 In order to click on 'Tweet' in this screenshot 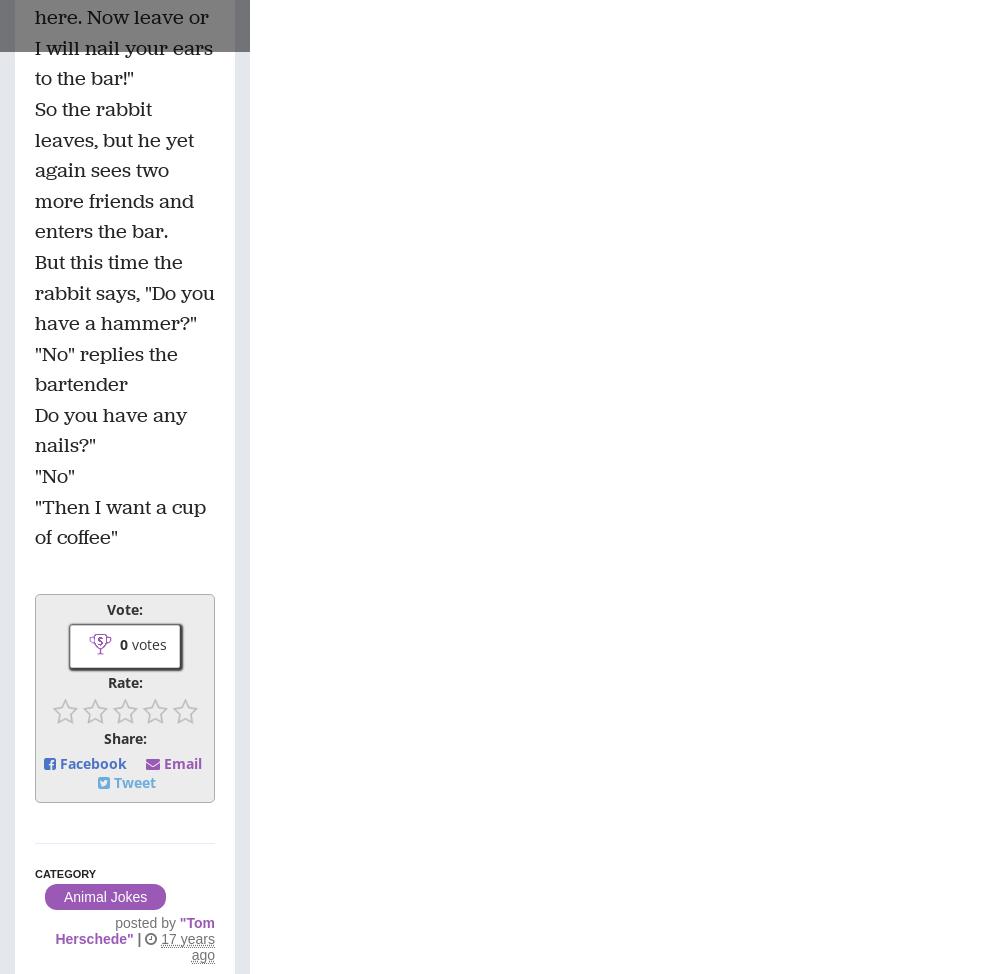, I will do `click(131, 780)`.